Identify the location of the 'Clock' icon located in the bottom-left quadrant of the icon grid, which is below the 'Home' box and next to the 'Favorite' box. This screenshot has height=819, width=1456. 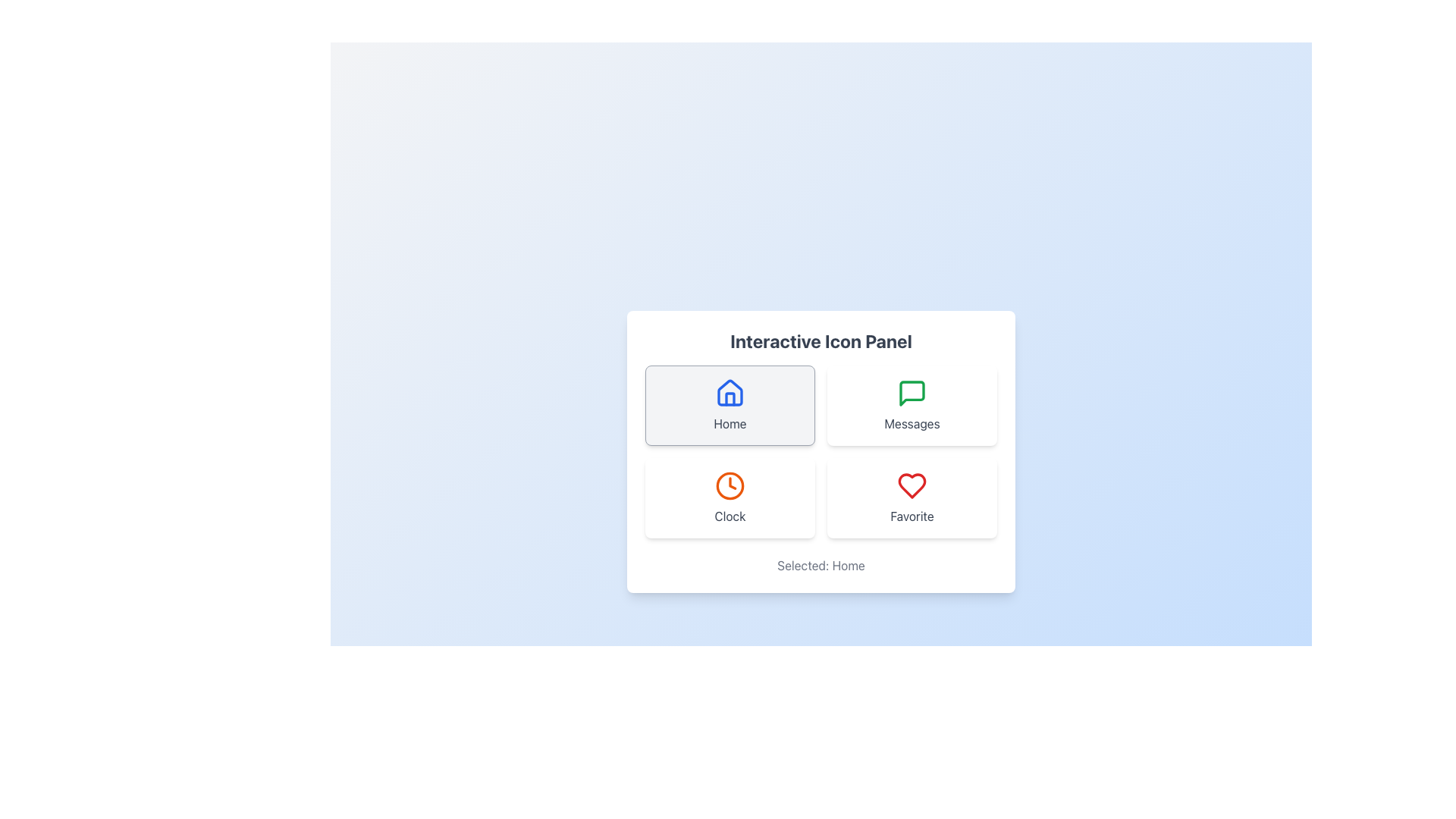
(730, 485).